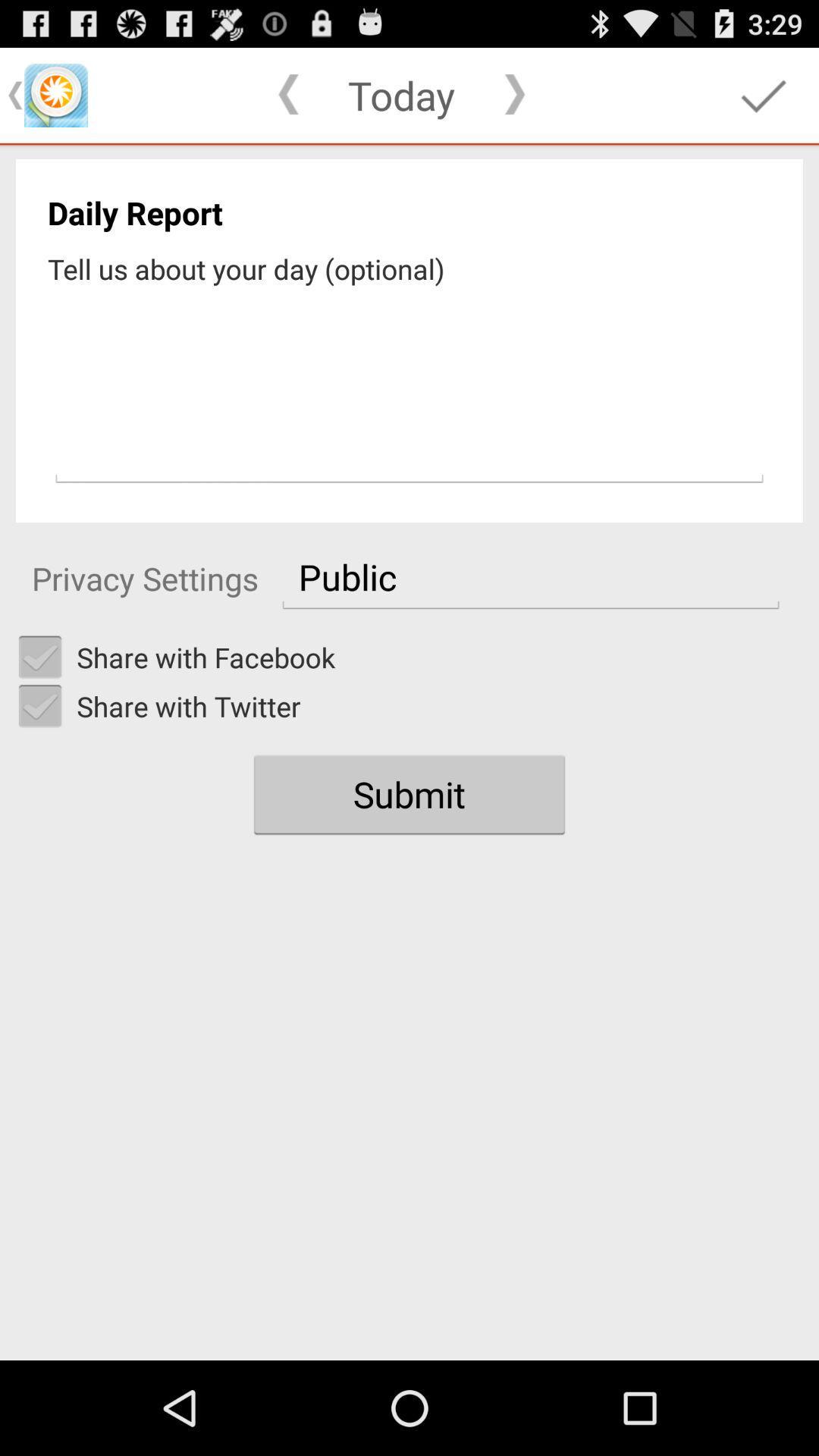  What do you see at coordinates (39, 657) in the screenshot?
I see `share with facebook` at bounding box center [39, 657].